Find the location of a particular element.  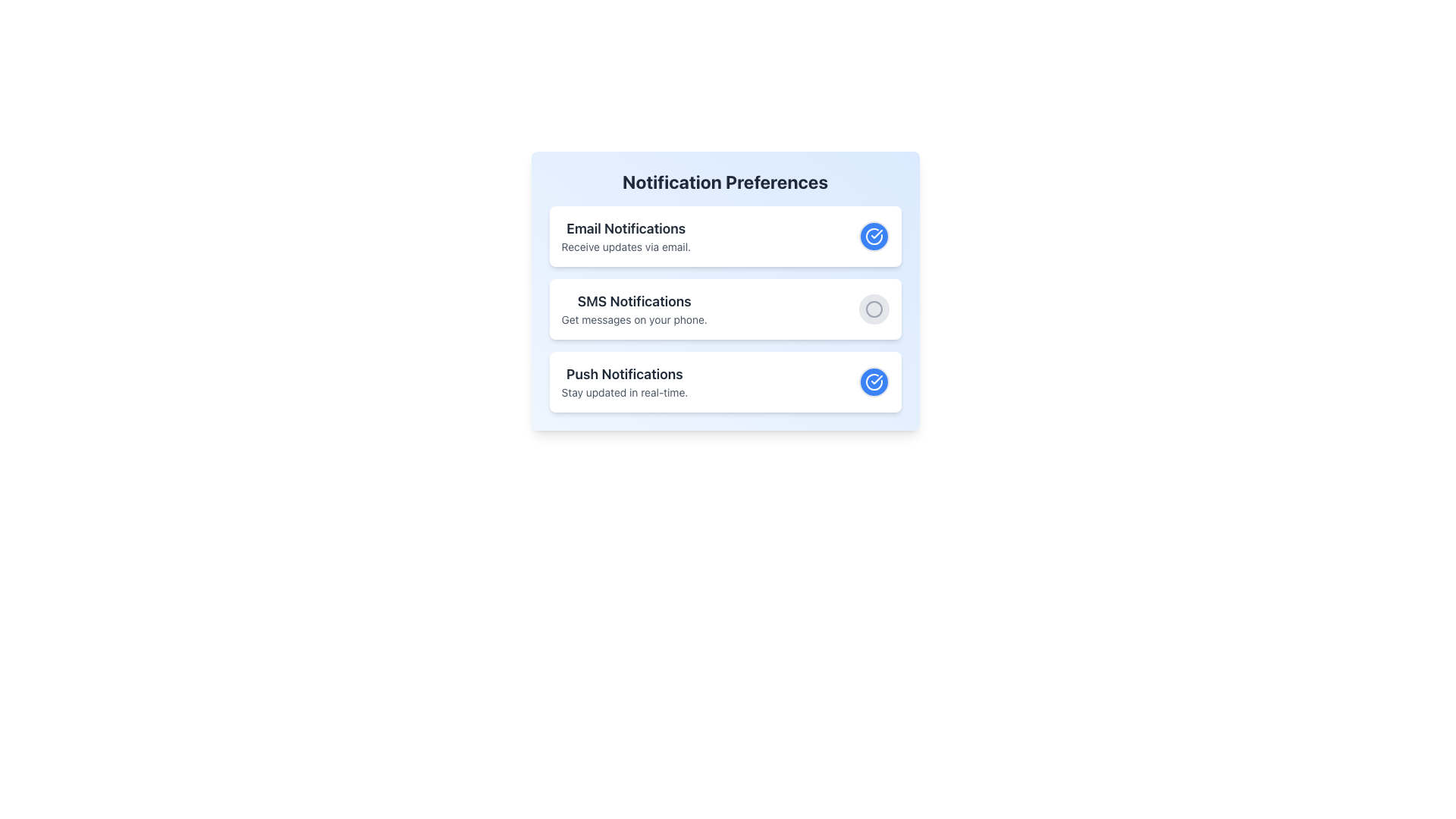

the 'Email Notifications' text label, which is a bold, large dark gray label positioned at the top-left corner of the notification preference block is located at coordinates (626, 228).